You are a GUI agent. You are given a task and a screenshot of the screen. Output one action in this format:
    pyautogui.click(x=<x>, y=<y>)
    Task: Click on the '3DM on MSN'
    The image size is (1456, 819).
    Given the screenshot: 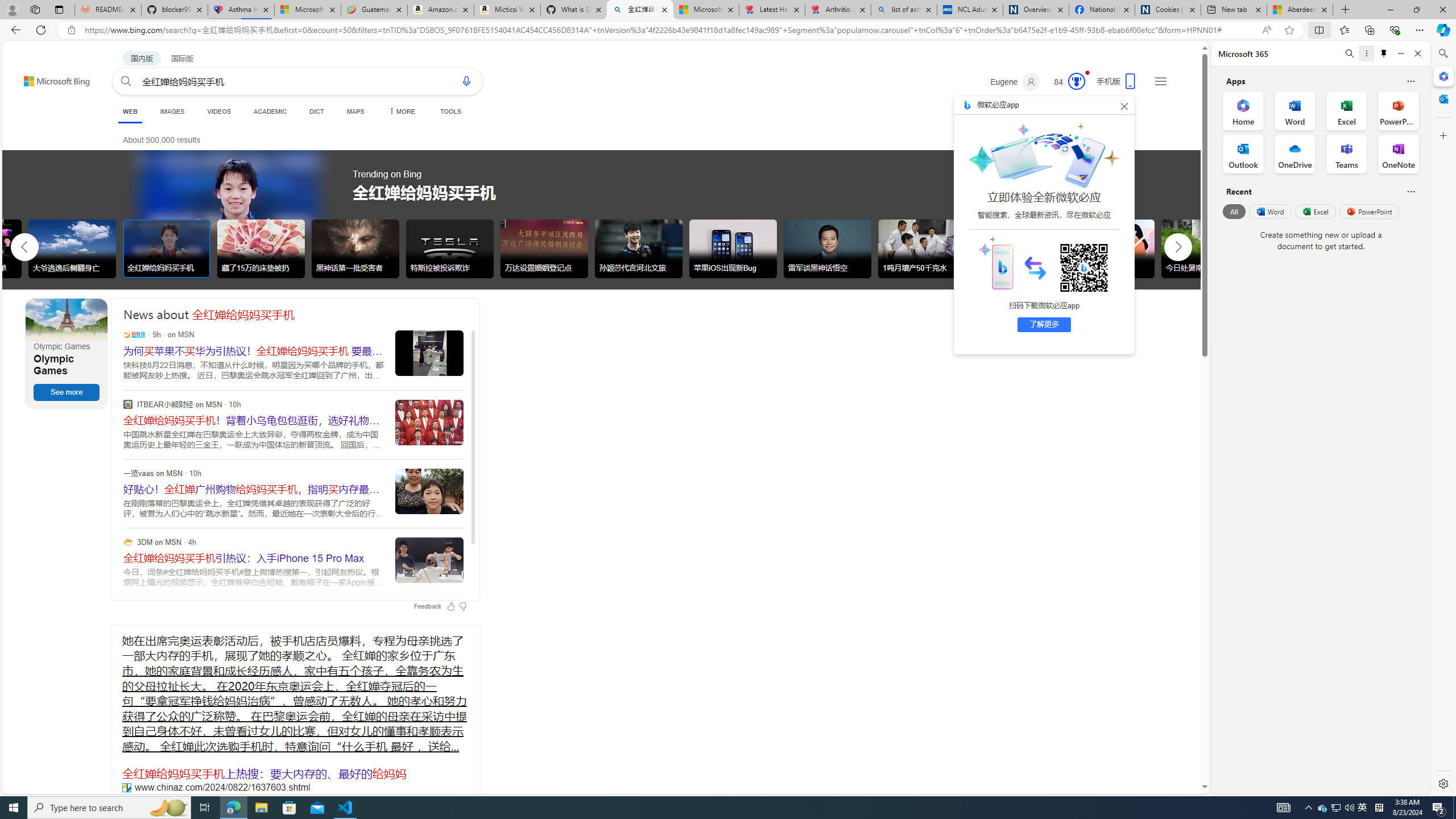 What is the action you would take?
    pyautogui.click(x=127, y=541)
    